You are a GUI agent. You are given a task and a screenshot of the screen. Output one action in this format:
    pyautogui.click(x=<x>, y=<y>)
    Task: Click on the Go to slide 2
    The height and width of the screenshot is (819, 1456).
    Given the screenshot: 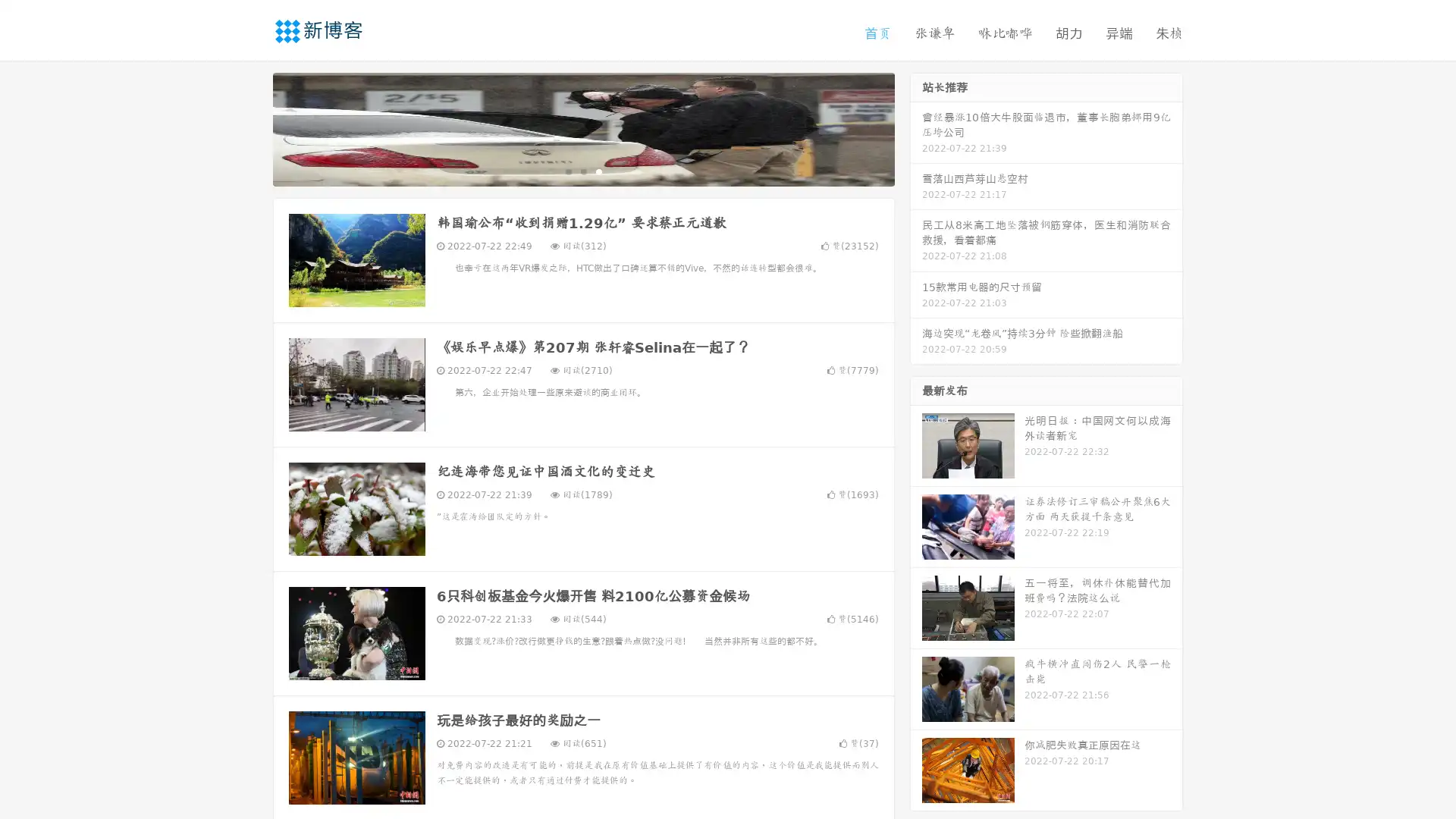 What is the action you would take?
    pyautogui.click(x=582, y=171)
    